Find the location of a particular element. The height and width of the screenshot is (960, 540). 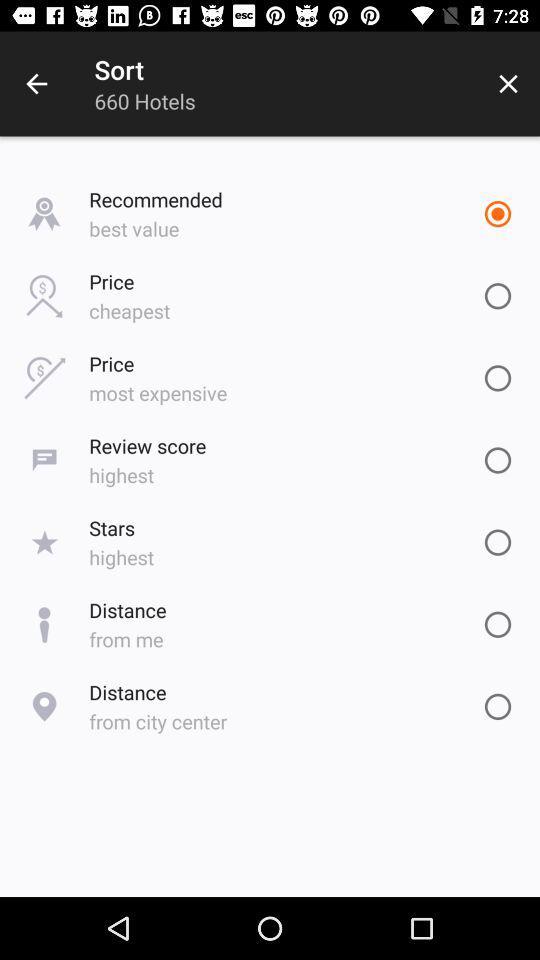

the icon next to 660 hotels is located at coordinates (508, 84).